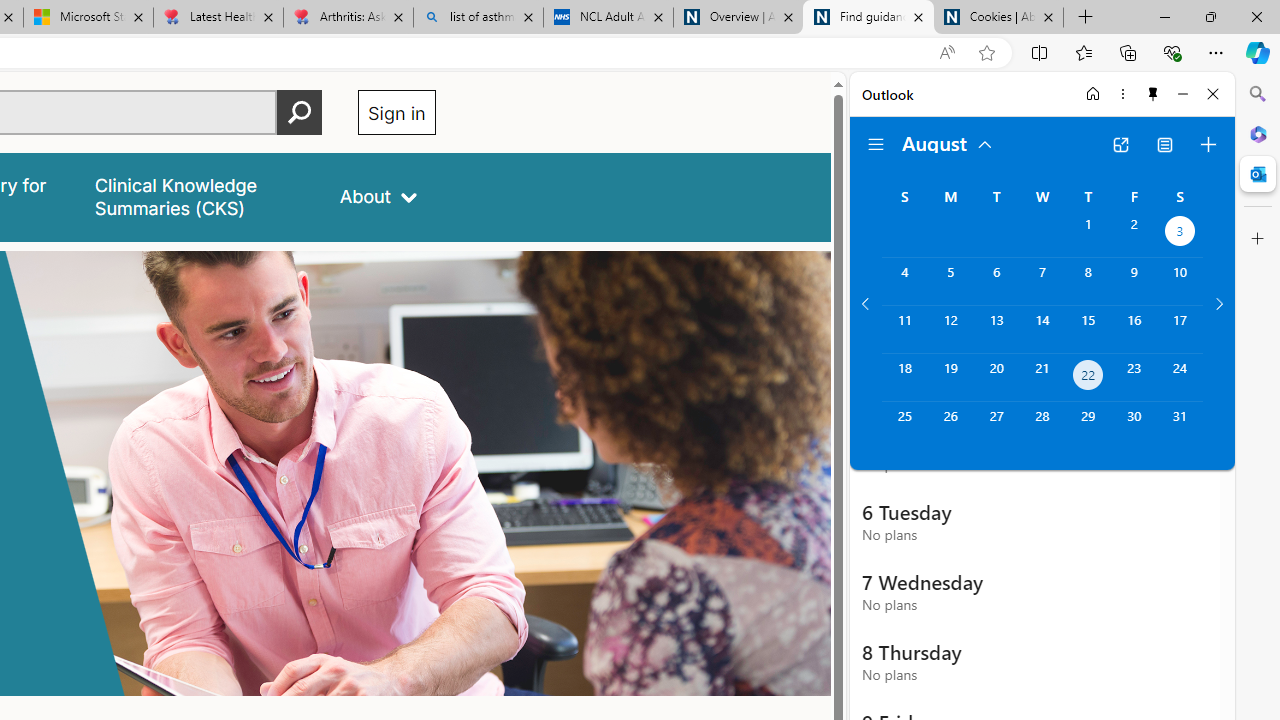  I want to click on 'Unpin side pane', so click(1153, 93).